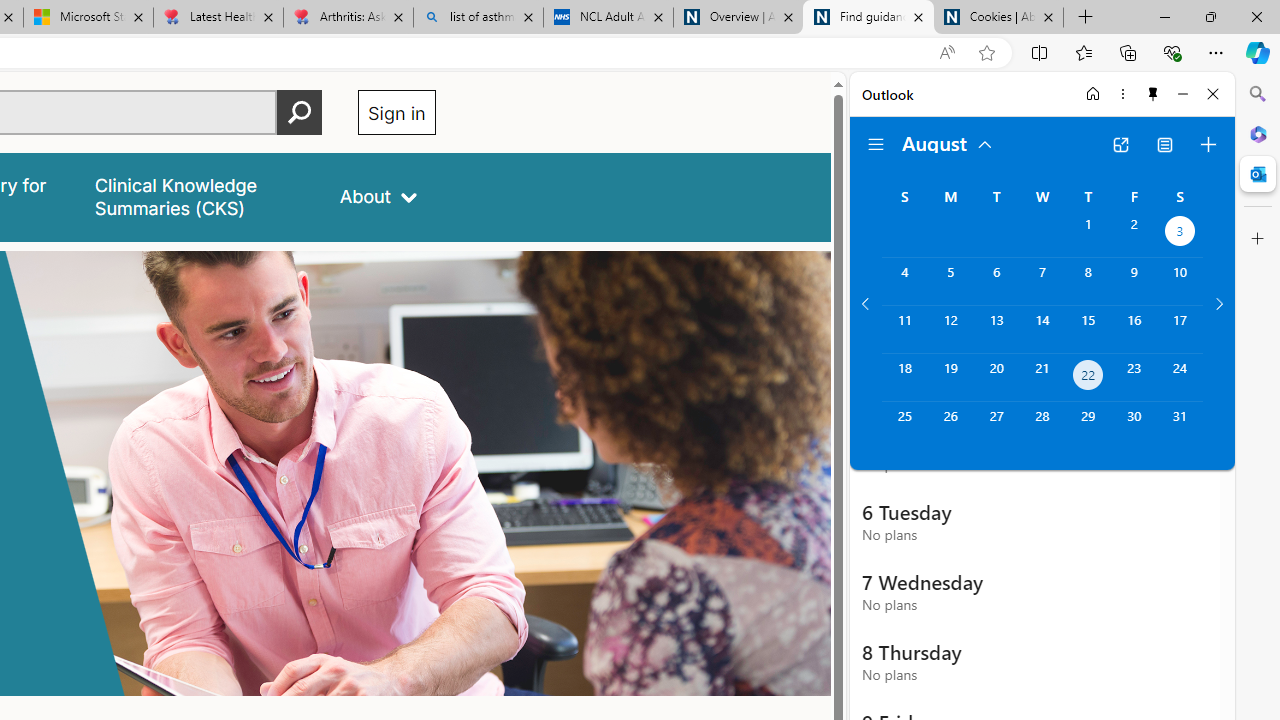  I want to click on 'Unpin side pane', so click(1153, 93).